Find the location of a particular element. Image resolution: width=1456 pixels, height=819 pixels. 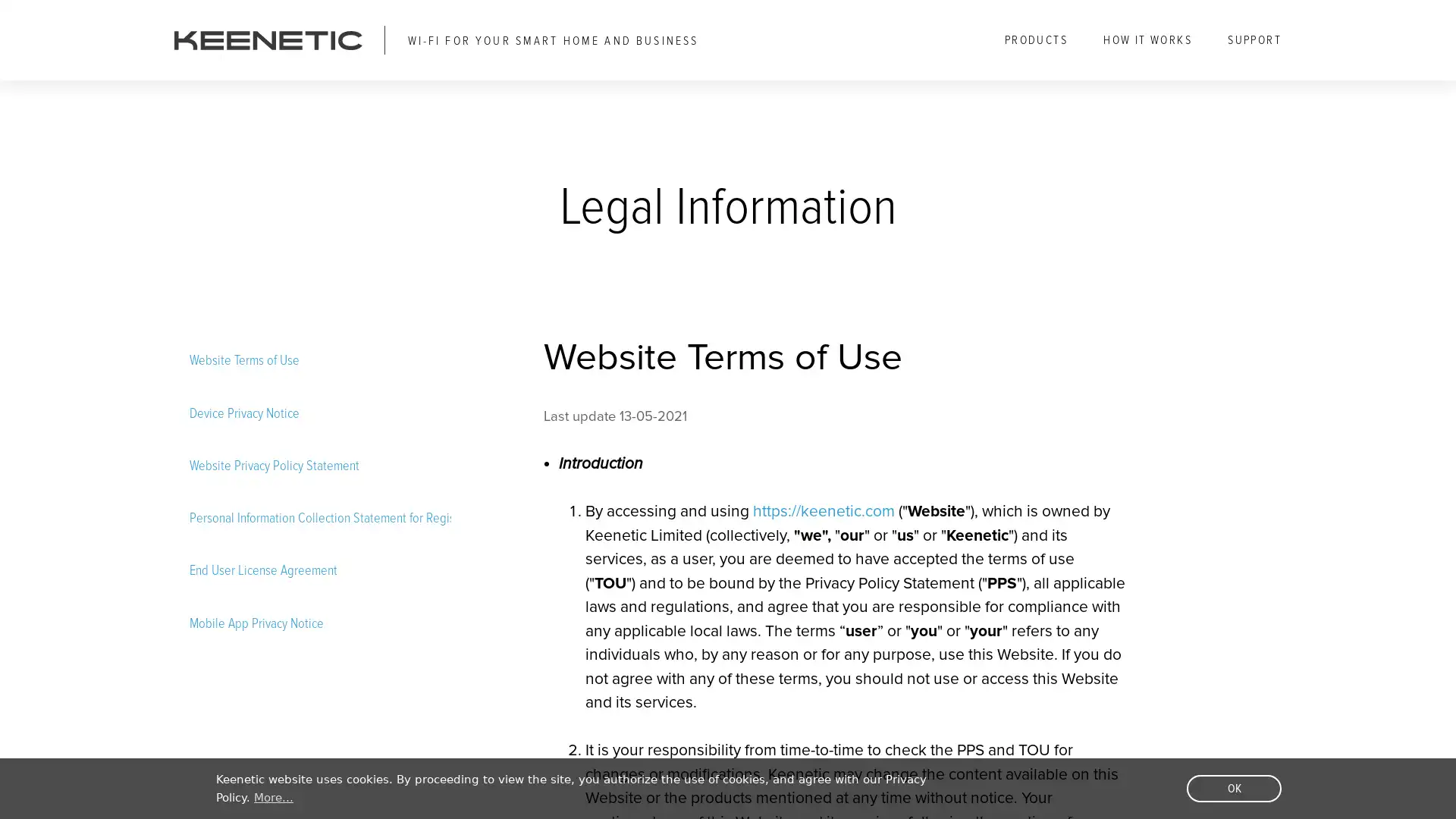

learn more about cookies is located at coordinates (273, 797).